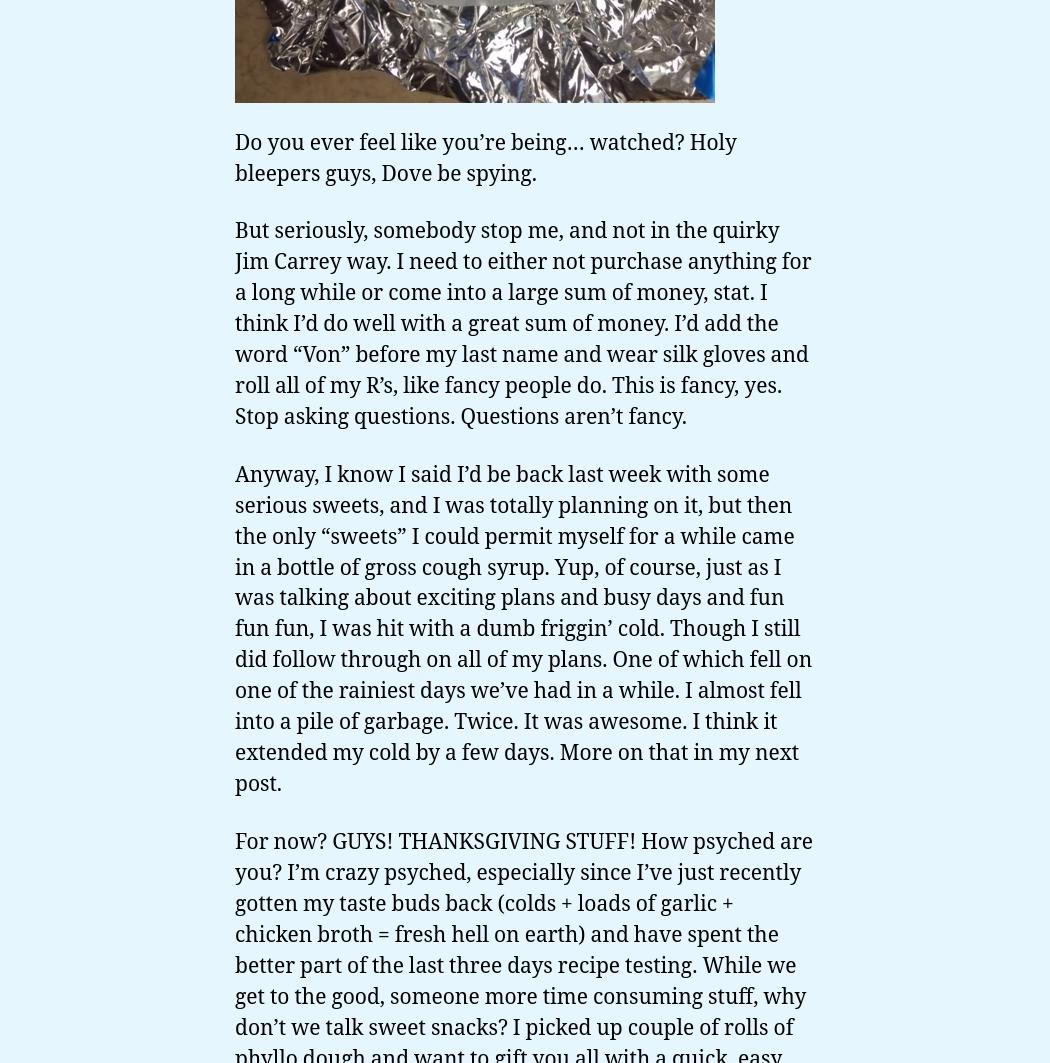  I want to click on 'Crisps', so click(67, 1039).